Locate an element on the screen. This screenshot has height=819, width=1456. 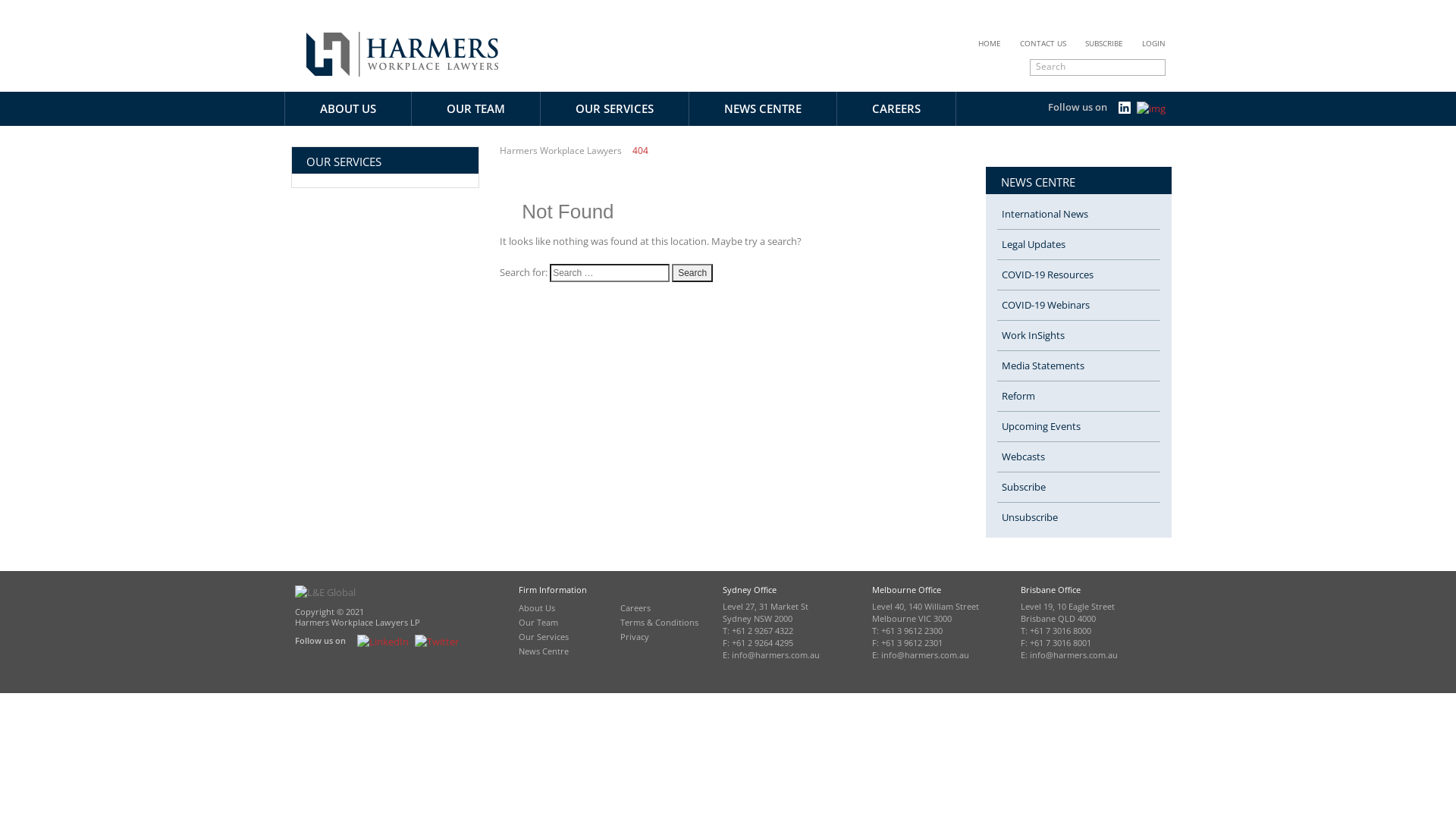
'Legal Updates' is located at coordinates (1078, 244).